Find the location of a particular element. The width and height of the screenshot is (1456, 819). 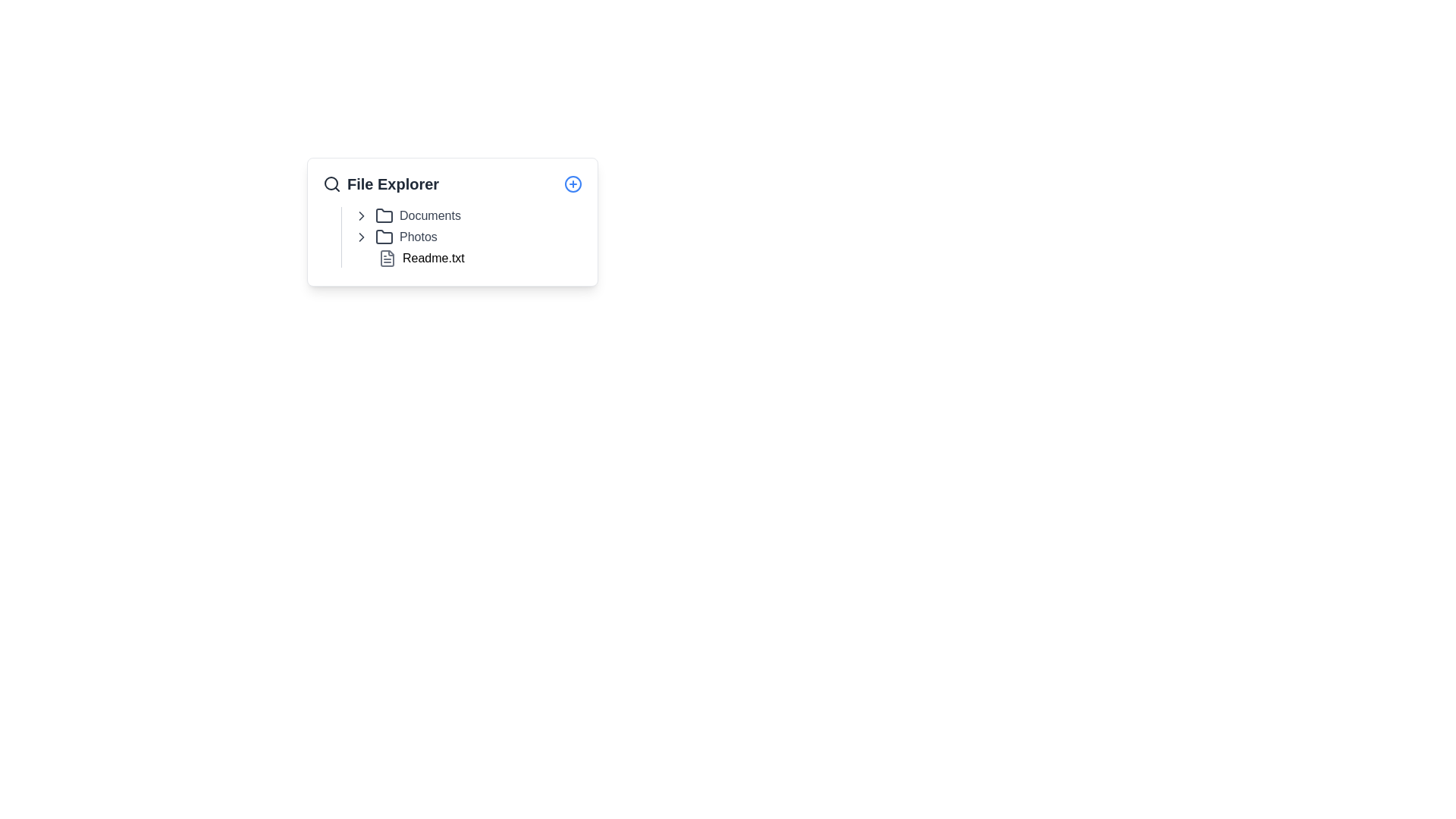

the Folder icon, which is represented by an outlined medium-sized folder icon located between an arrow icon and the text label 'Photos' is located at coordinates (384, 237).